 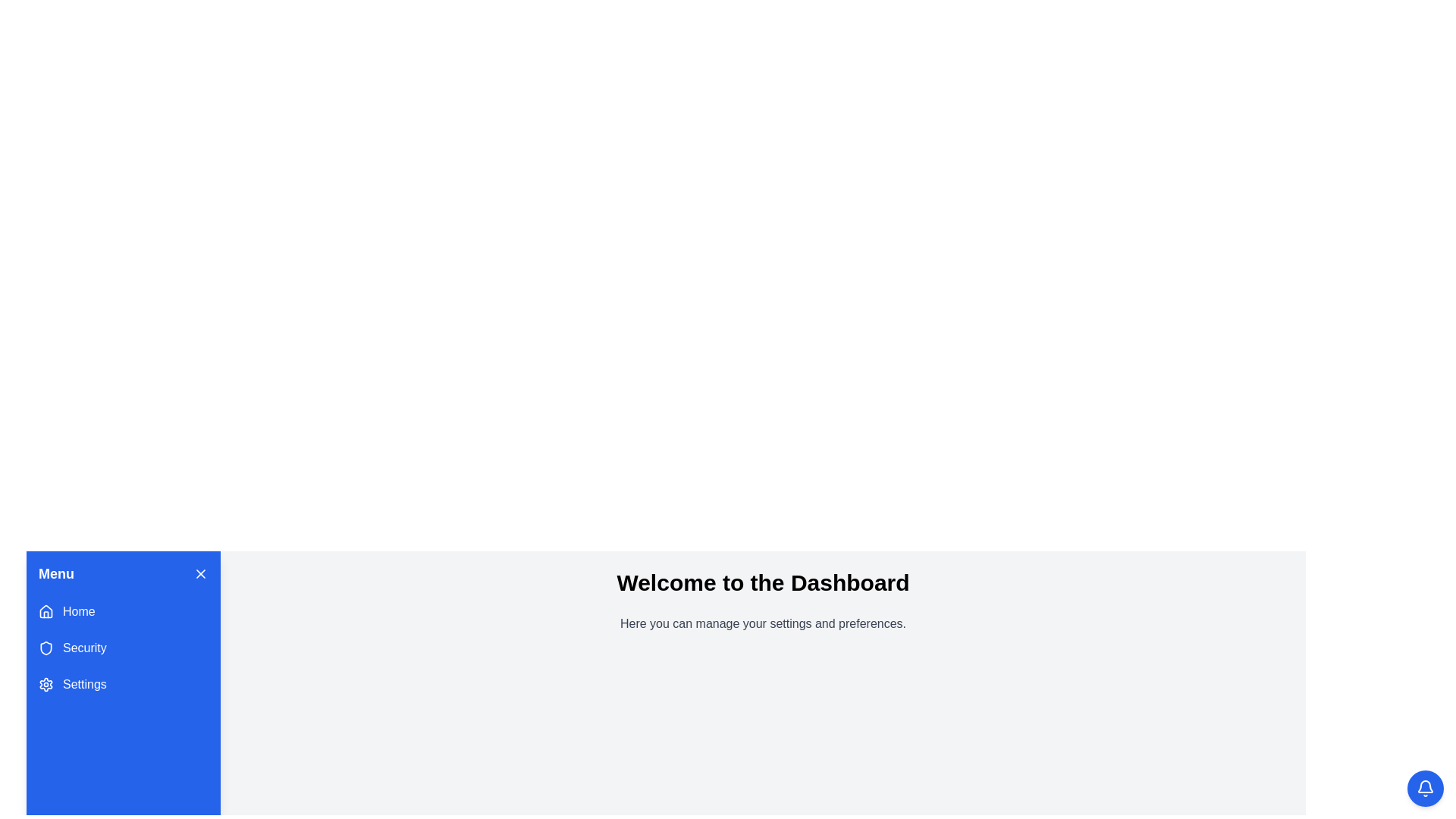 I want to click on the 'Settings' text label, which is the last item, so click(x=83, y=684).